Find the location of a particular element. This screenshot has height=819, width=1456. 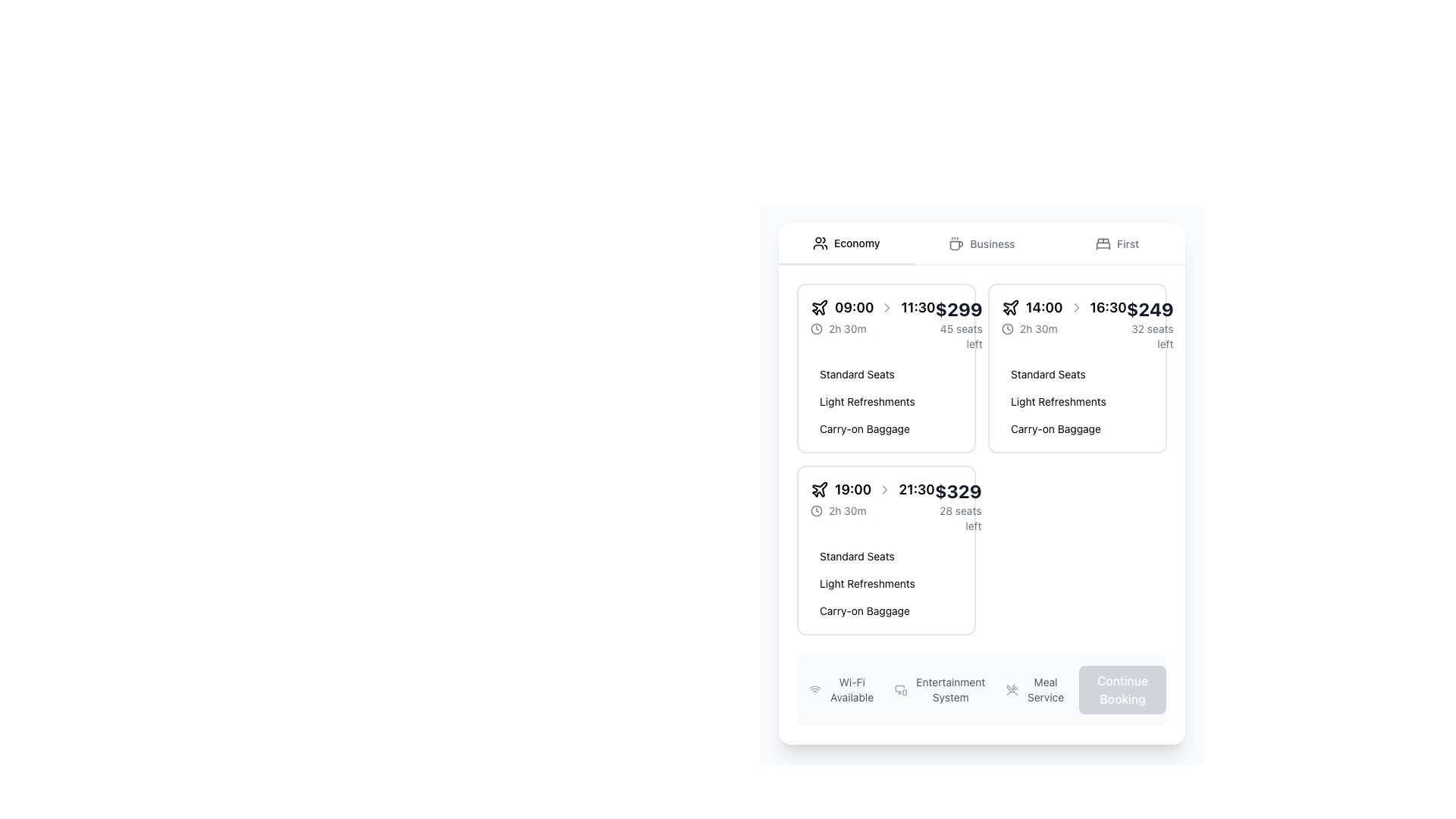

the flight duration text label located in the central information card, which is positioned in the second column below the departure and arrival times and next to the clock icon is located at coordinates (1037, 328).